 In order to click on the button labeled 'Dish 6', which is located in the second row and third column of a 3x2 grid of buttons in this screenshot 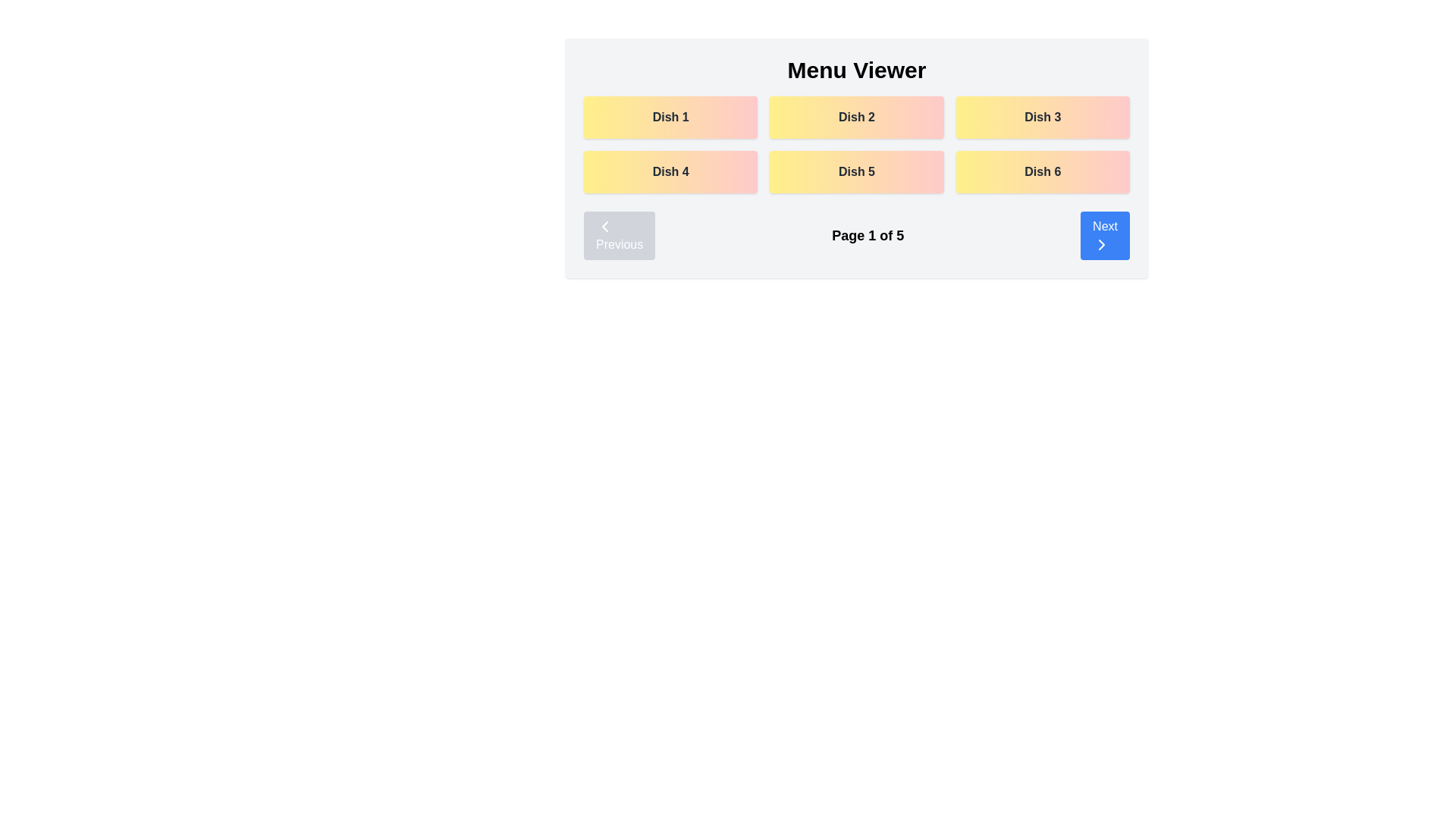, I will do `click(1042, 171)`.